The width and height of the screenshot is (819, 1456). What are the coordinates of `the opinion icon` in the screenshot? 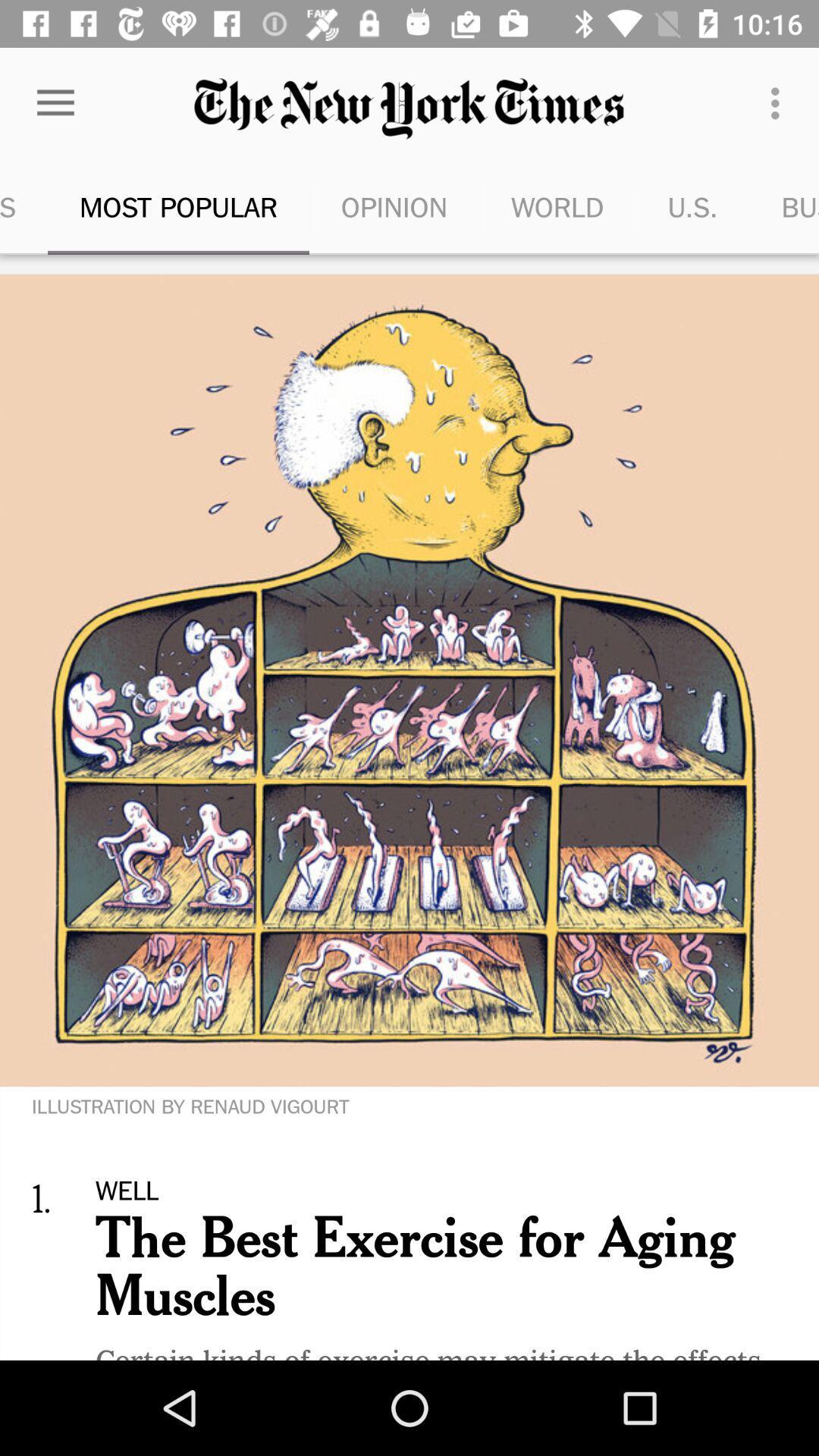 It's located at (394, 206).